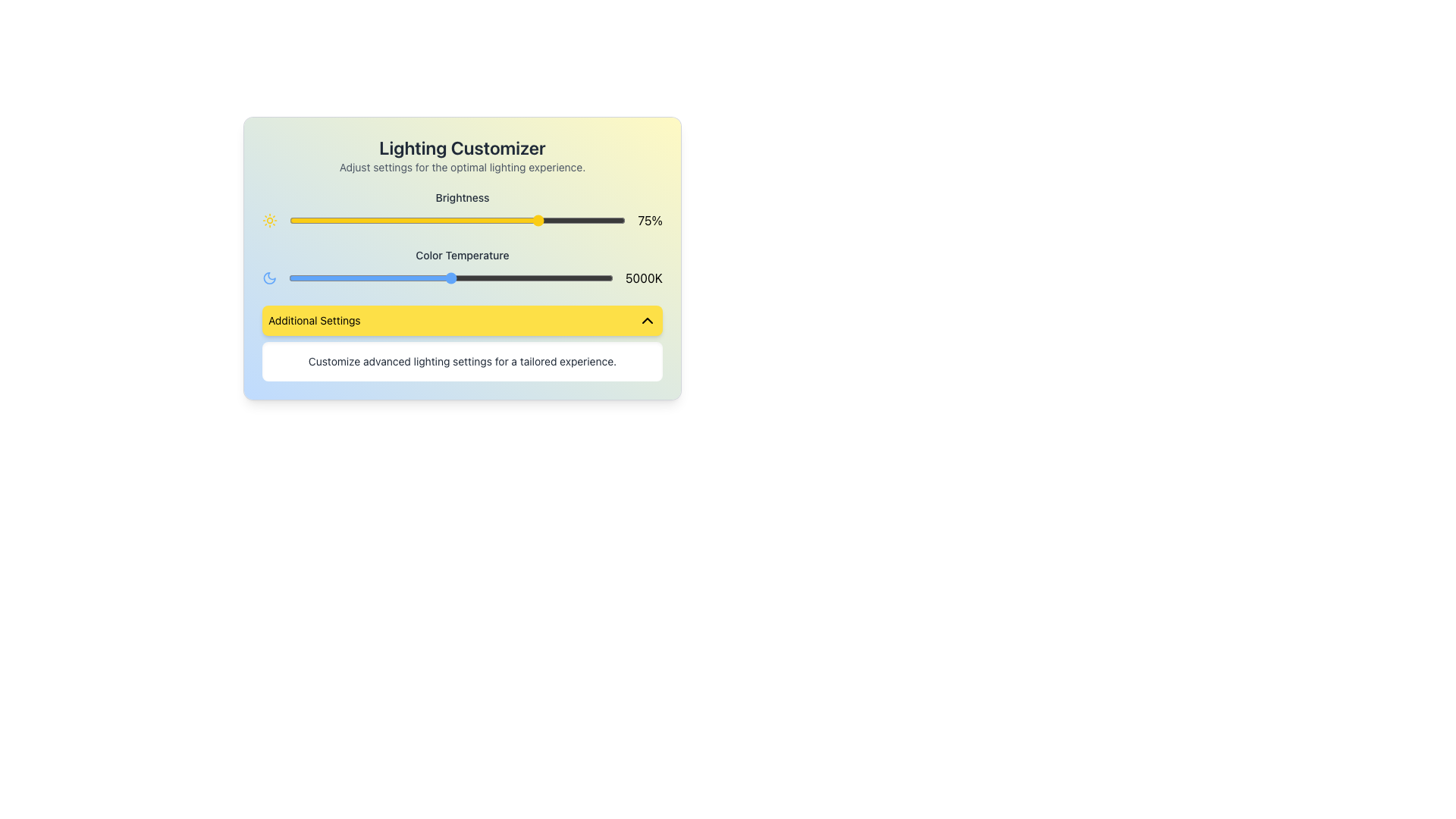 Image resolution: width=1456 pixels, height=819 pixels. Describe the element at coordinates (471, 278) in the screenshot. I see `the color temperature` at that location.